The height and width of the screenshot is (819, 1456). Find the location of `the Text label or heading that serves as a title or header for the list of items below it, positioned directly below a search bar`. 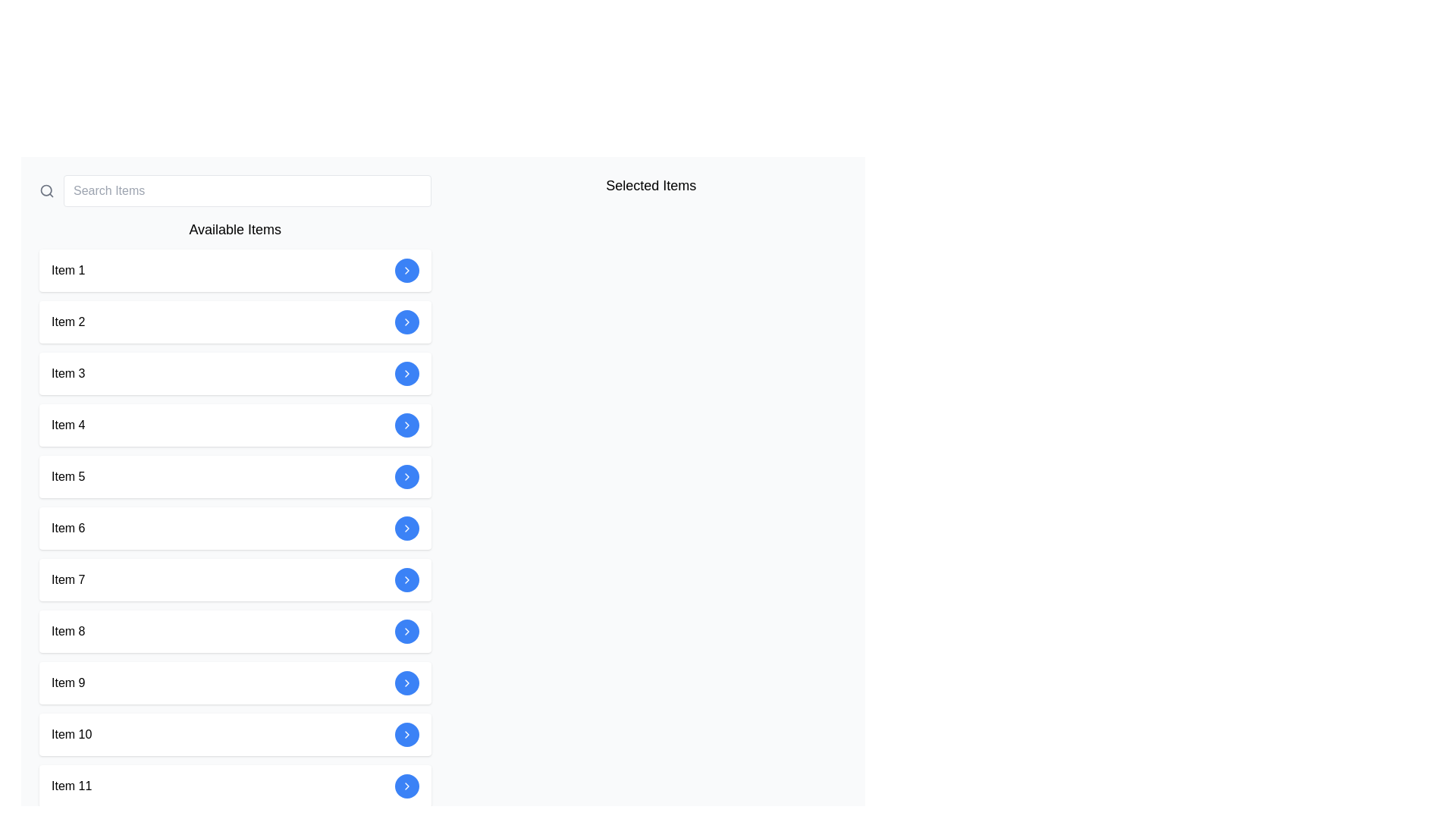

the Text label or heading that serves as a title or header for the list of items below it, positioned directly below a search bar is located at coordinates (234, 230).